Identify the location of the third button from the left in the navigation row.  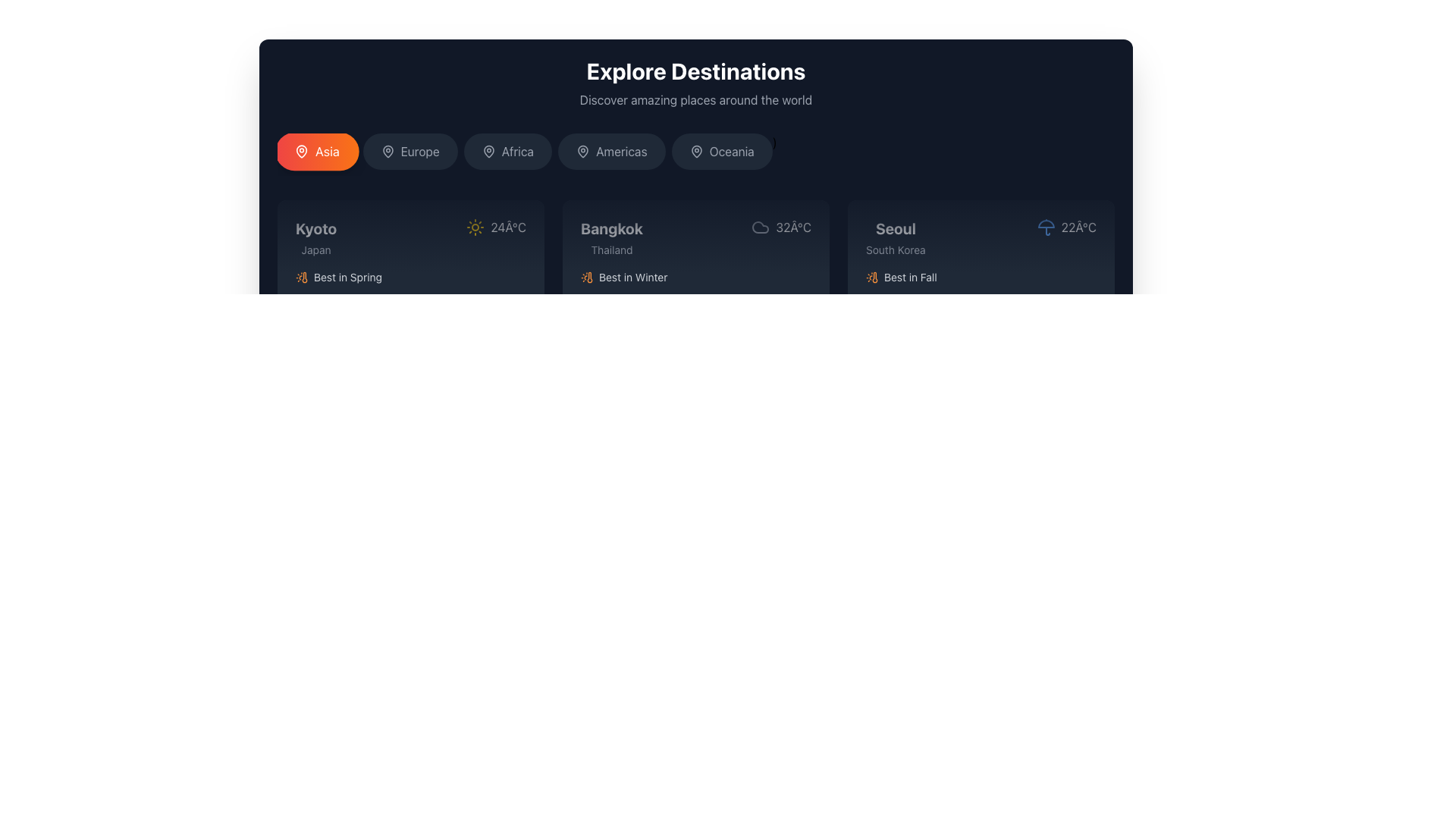
(507, 152).